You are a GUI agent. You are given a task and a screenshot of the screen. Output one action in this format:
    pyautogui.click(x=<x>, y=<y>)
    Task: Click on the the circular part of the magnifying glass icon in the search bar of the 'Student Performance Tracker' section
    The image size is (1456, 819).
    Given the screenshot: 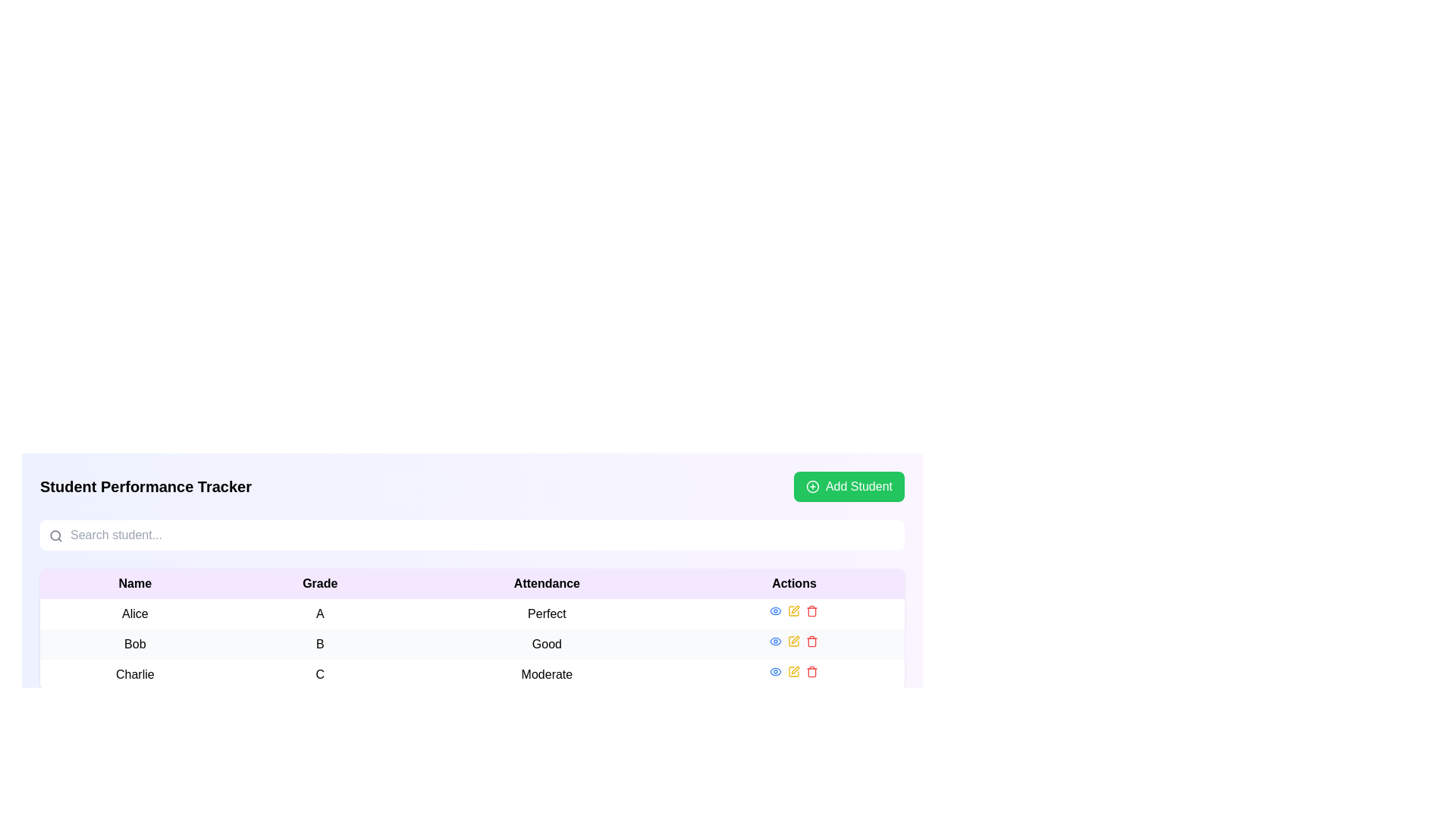 What is the action you would take?
    pyautogui.click(x=55, y=535)
    